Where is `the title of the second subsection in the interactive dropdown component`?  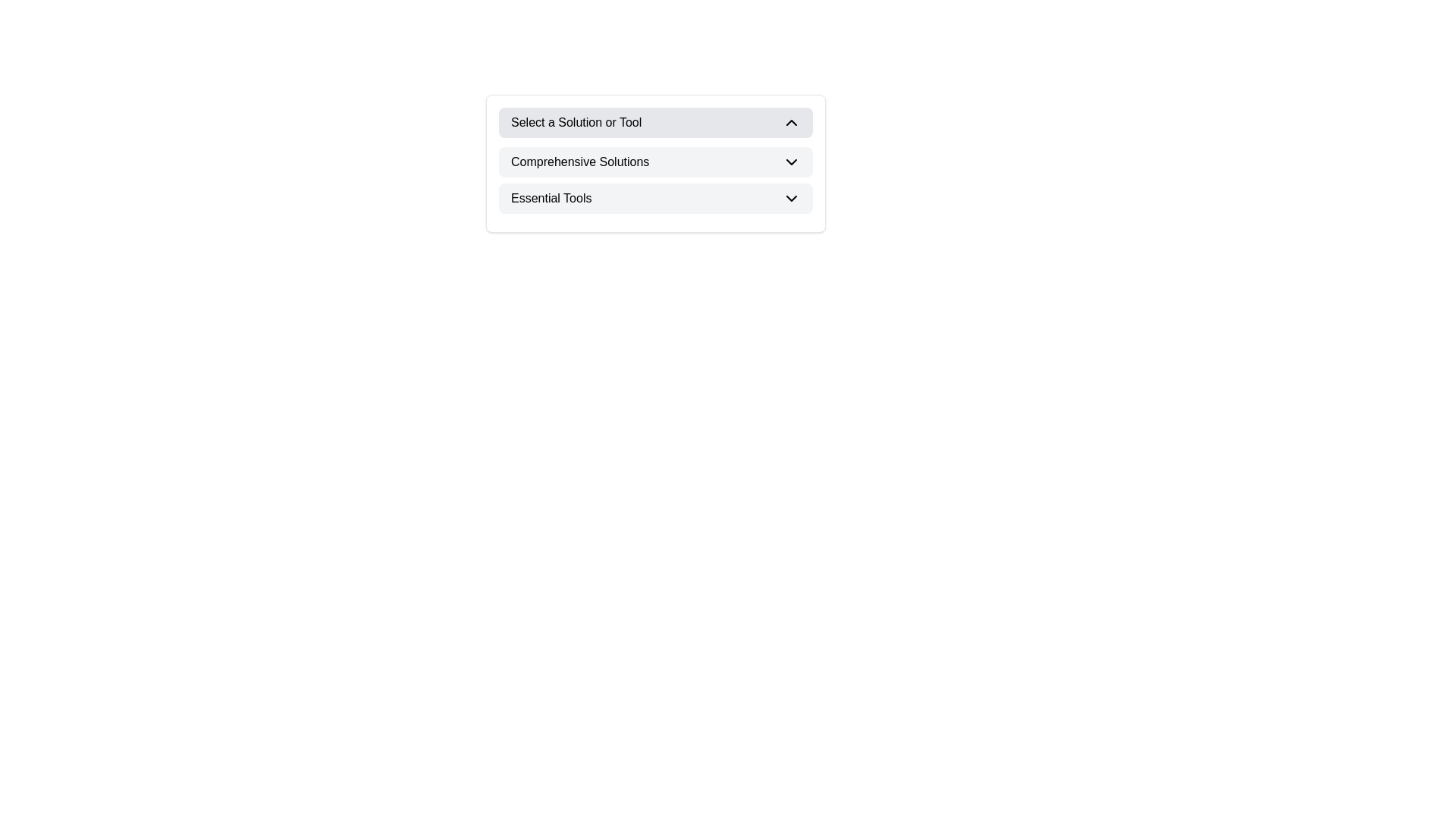 the title of the second subsection in the interactive dropdown component is located at coordinates (655, 164).